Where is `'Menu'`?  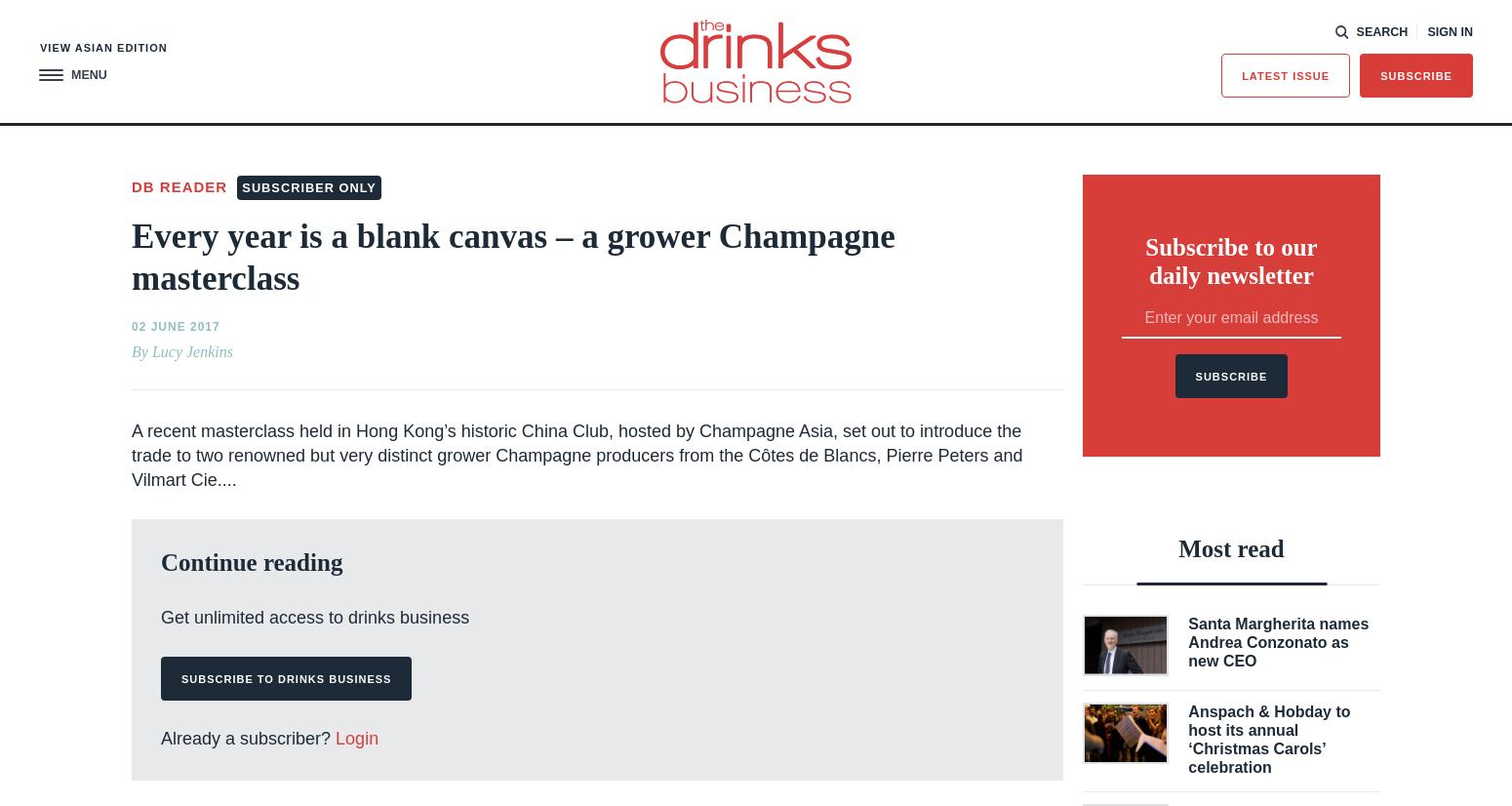
'Menu' is located at coordinates (70, 73).